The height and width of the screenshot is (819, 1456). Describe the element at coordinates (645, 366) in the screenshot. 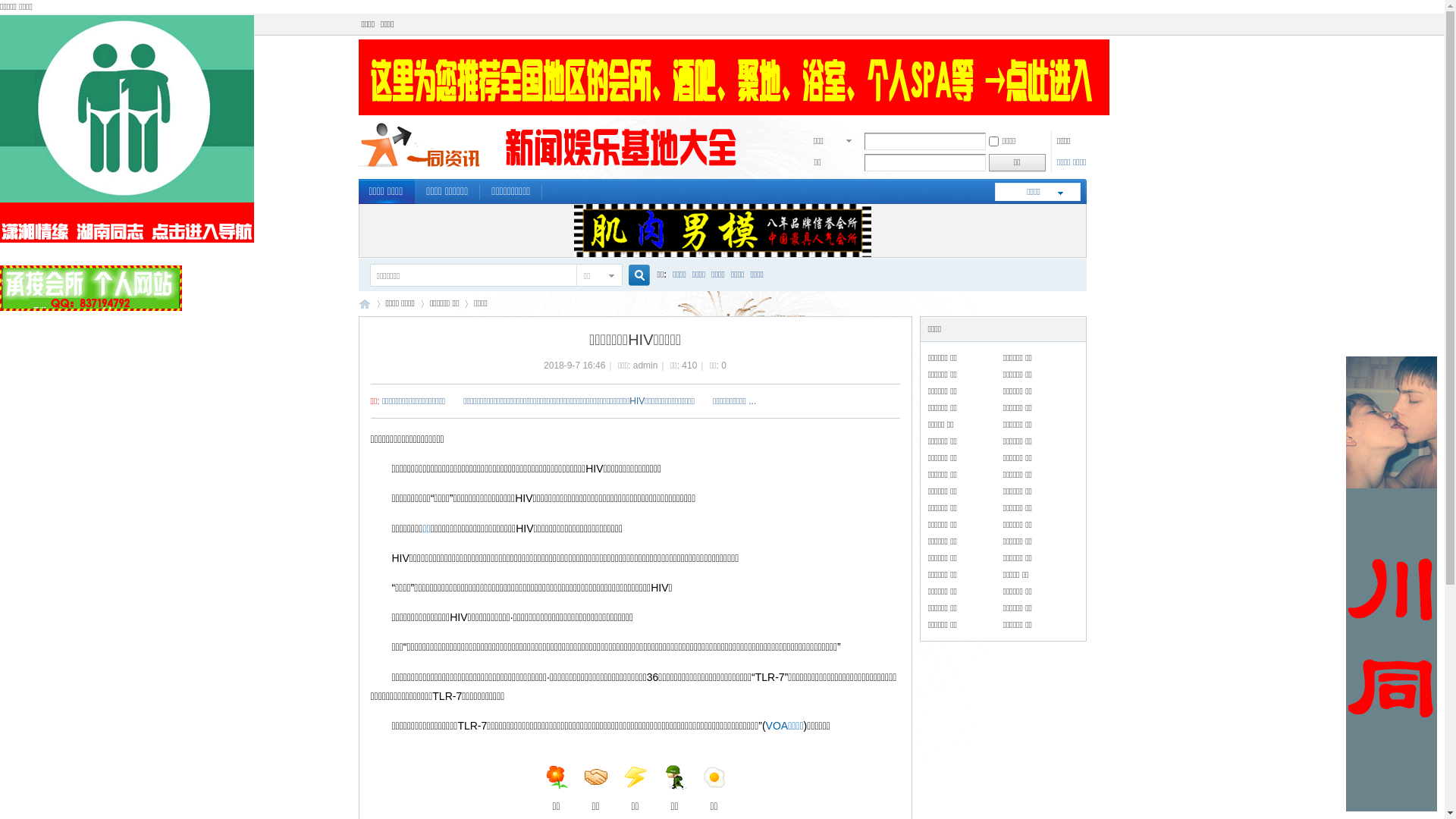

I see `'admin'` at that location.